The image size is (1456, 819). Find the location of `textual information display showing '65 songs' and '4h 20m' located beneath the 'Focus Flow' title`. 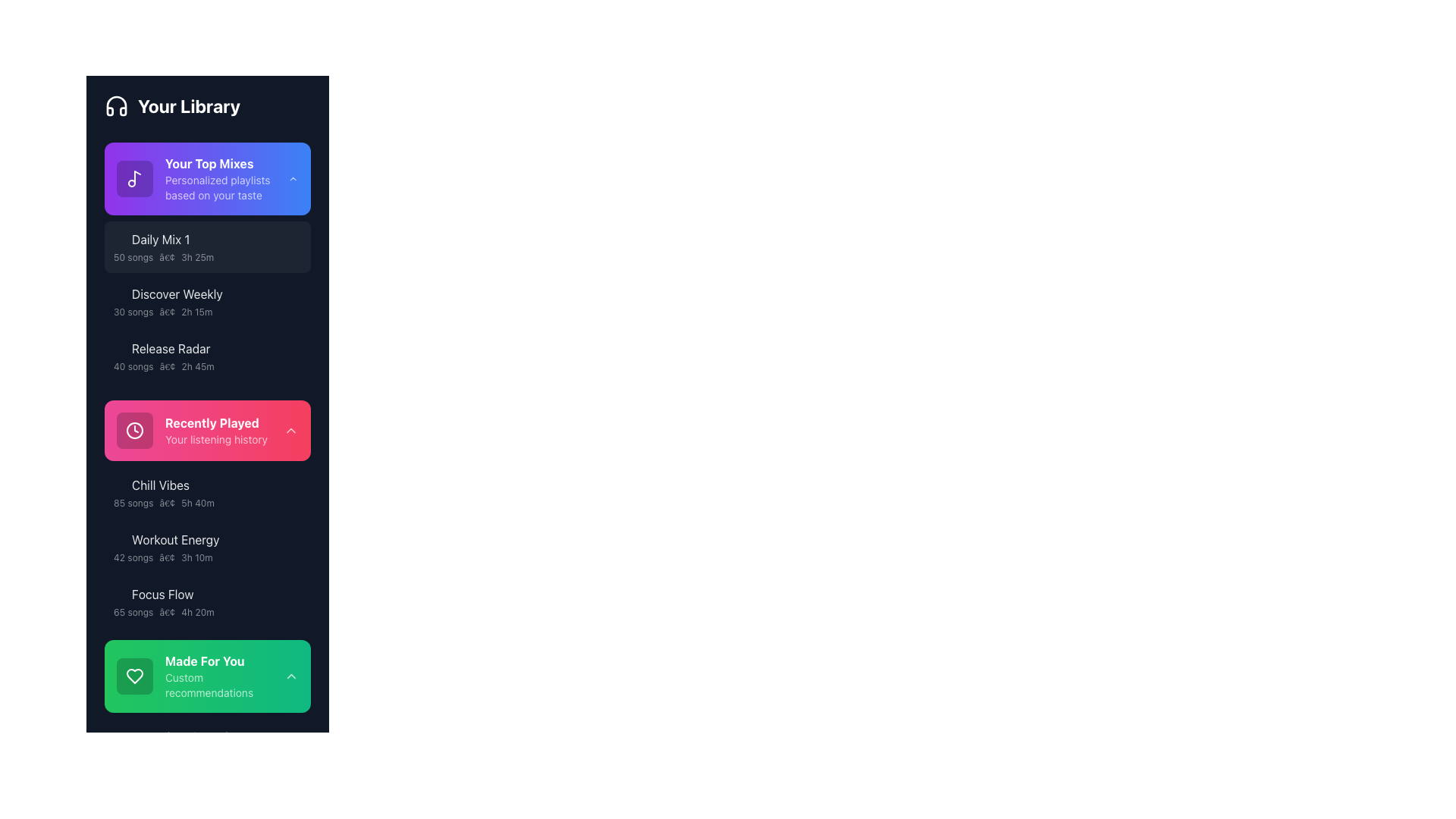

textual information display showing '65 songs' and '4h 20m' located beneath the 'Focus Flow' title is located at coordinates (199, 611).